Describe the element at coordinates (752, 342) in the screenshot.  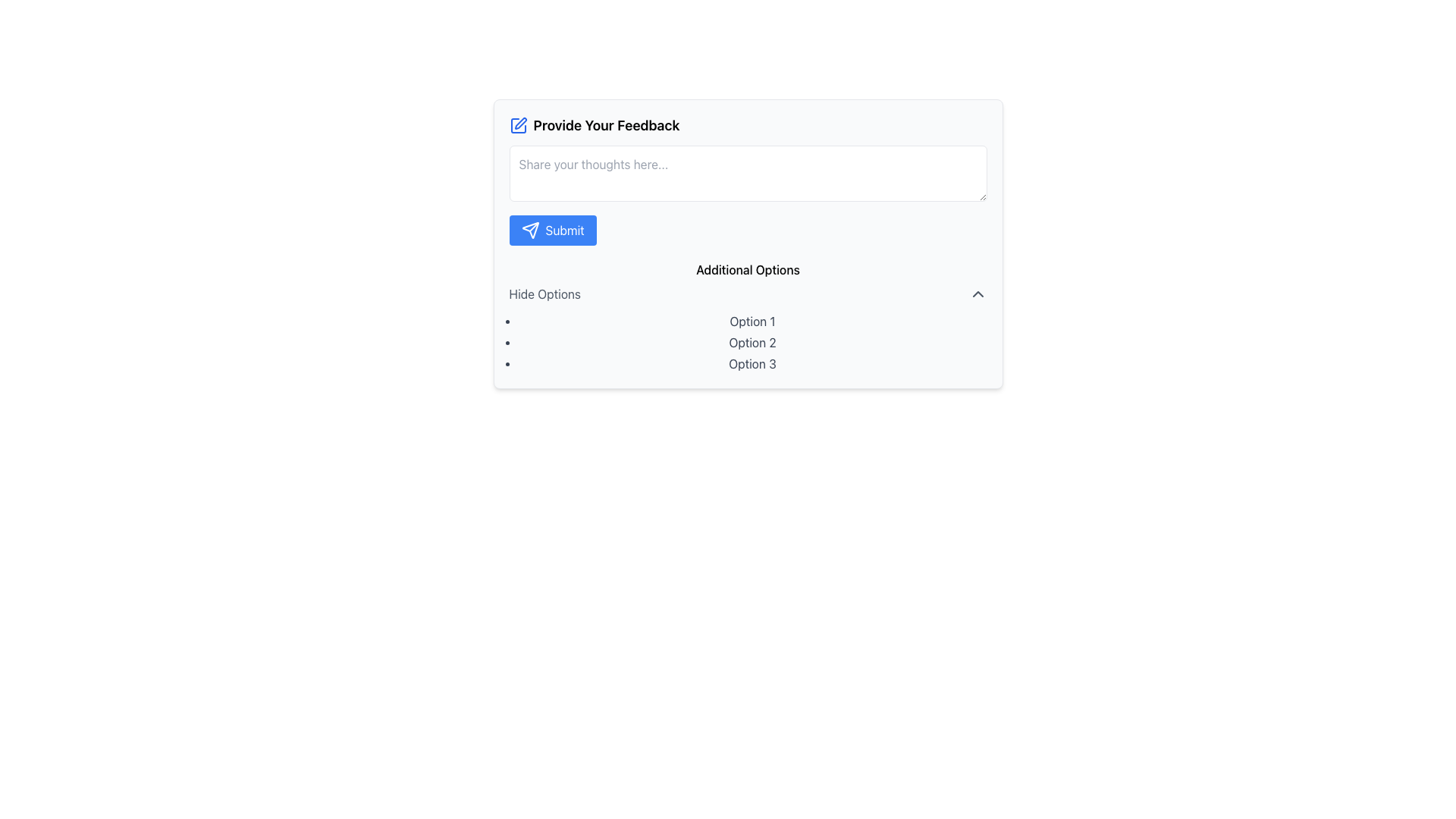
I see `the list item labeled 'Option 2' to change its color from gray to black` at that location.